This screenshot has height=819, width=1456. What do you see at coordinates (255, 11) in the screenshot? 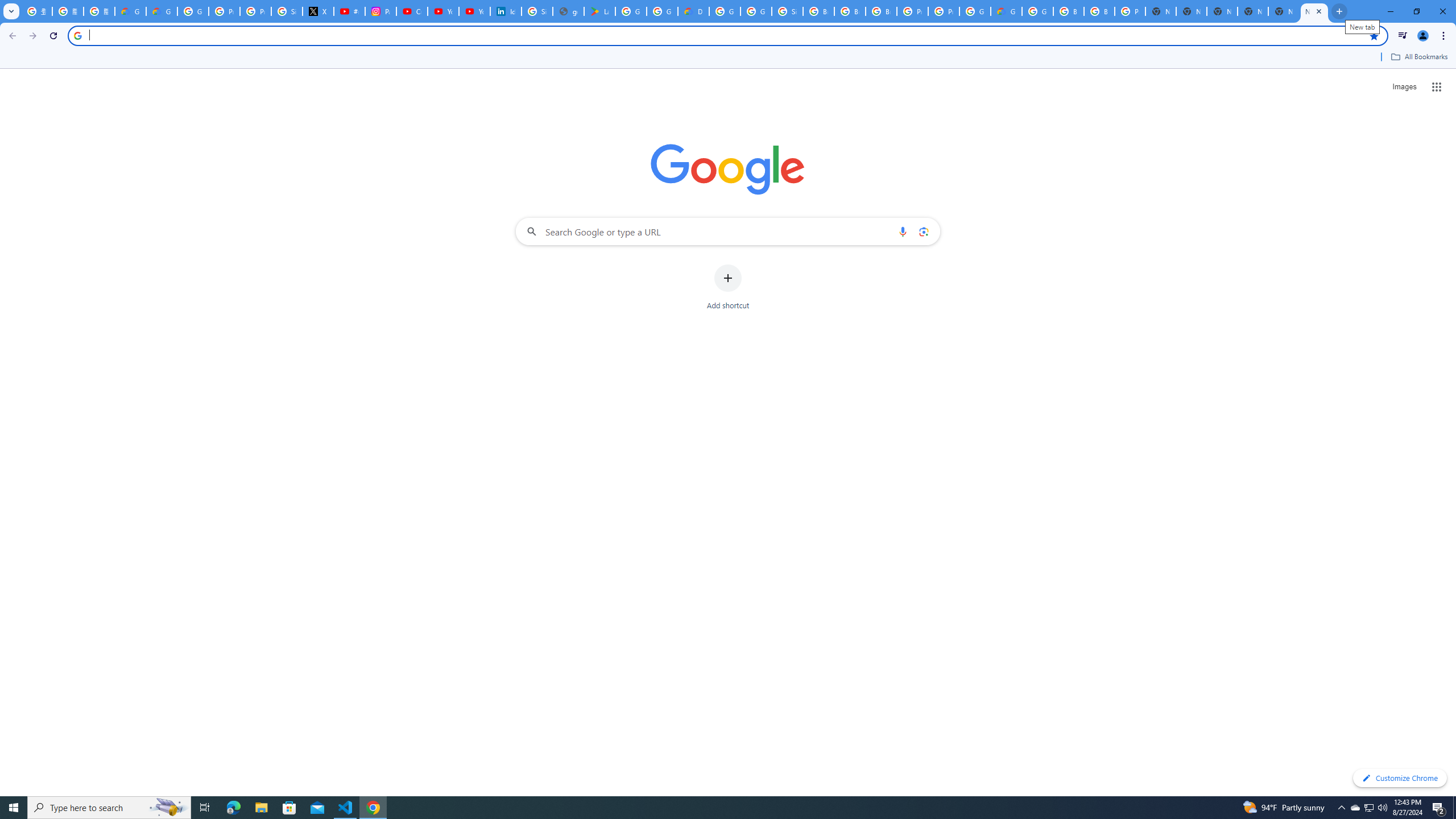
I see `'Privacy Help Center - Policies Help'` at bounding box center [255, 11].